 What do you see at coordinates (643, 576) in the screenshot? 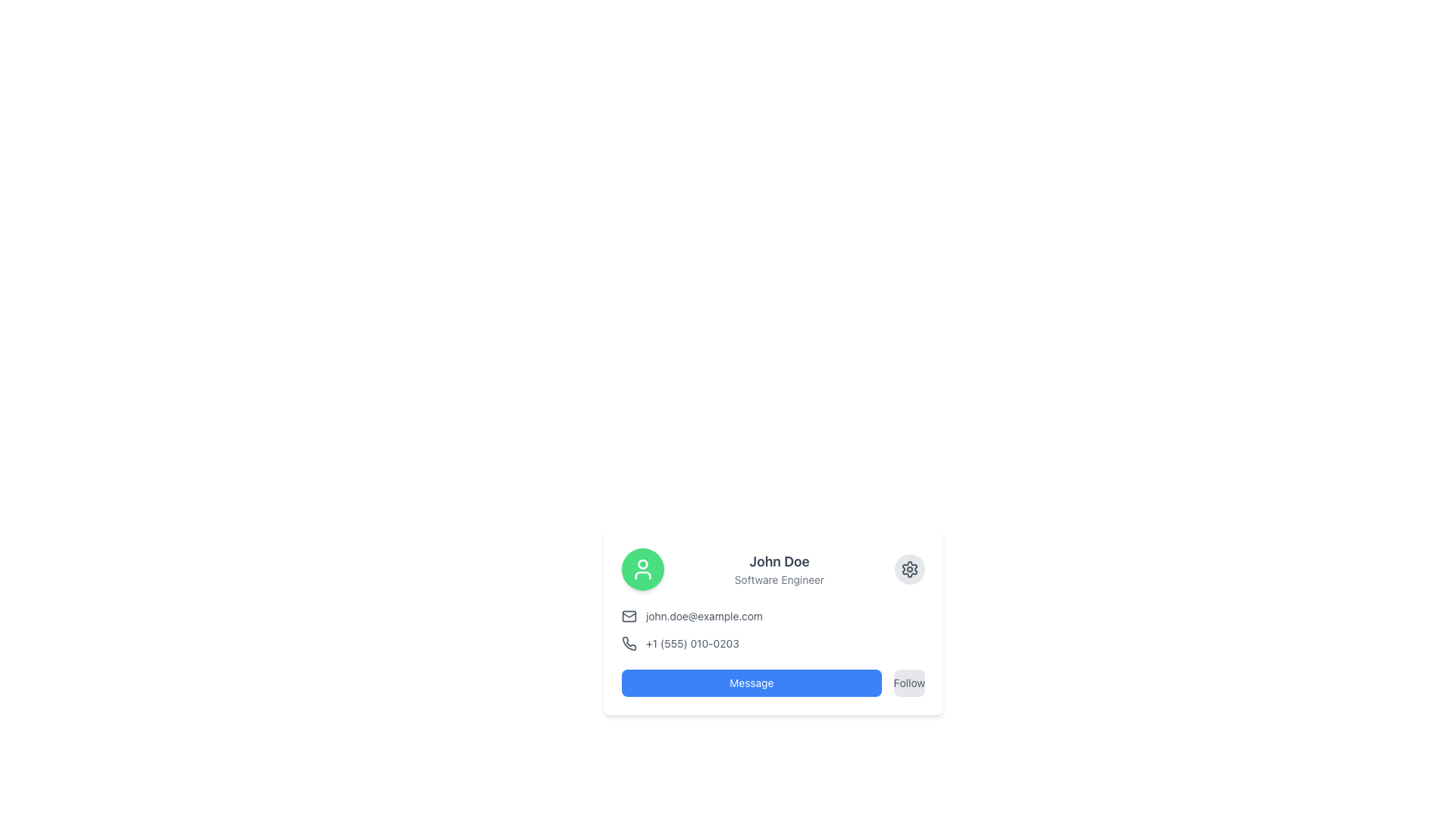
I see `properties of the user profile icon, which is the curved line forming the bottom part of the icon resembling a person, located on the green circular badge in the upper left corner of the card layout next to 'John Doe.'` at bounding box center [643, 576].